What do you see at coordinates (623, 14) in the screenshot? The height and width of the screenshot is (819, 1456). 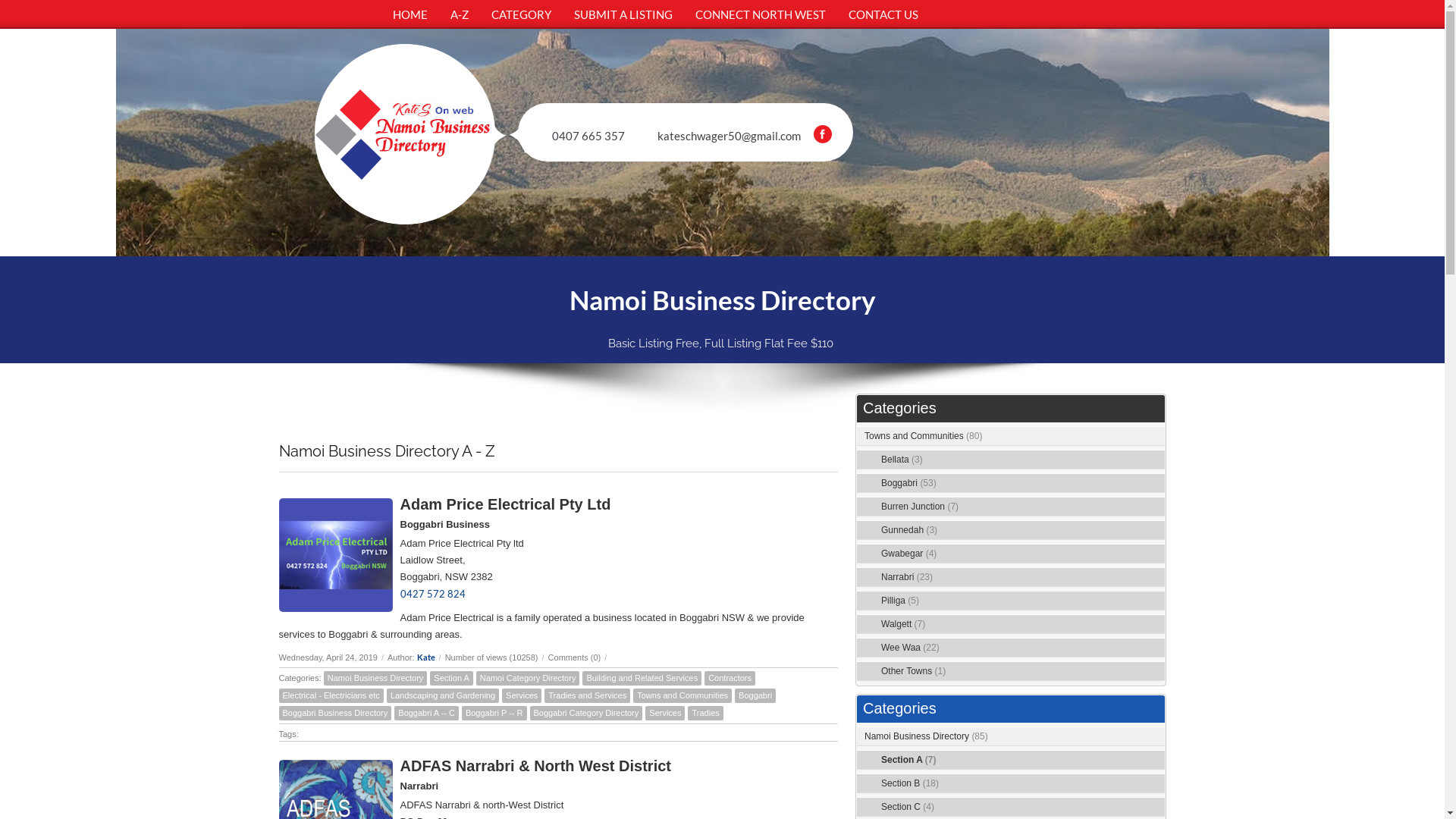 I see `'SUBMIT A LISTING'` at bounding box center [623, 14].